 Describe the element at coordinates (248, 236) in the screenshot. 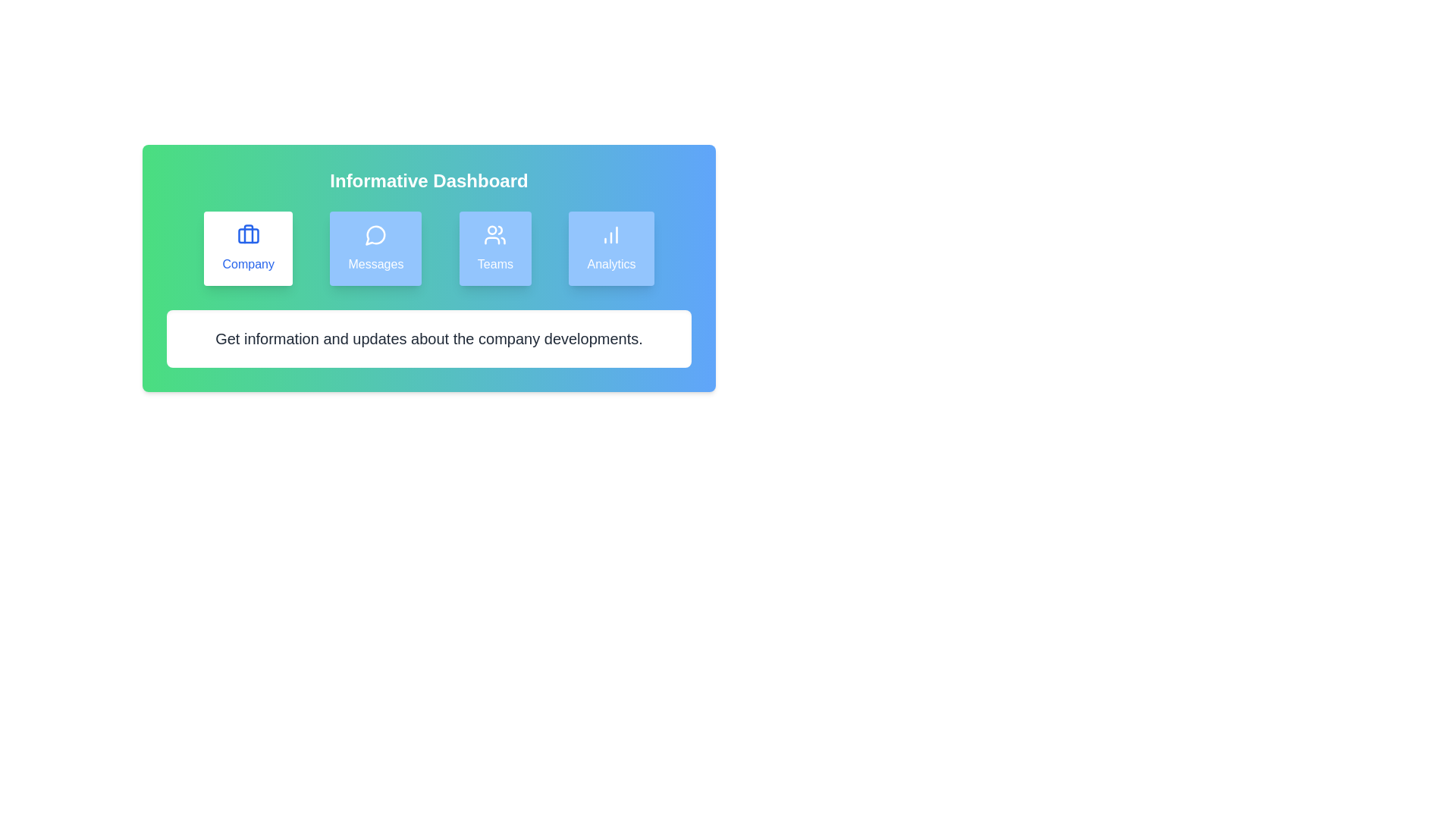

I see `the rectangular SVG shape with rounded corners located inside the briefcase icon on the dashboard` at that location.